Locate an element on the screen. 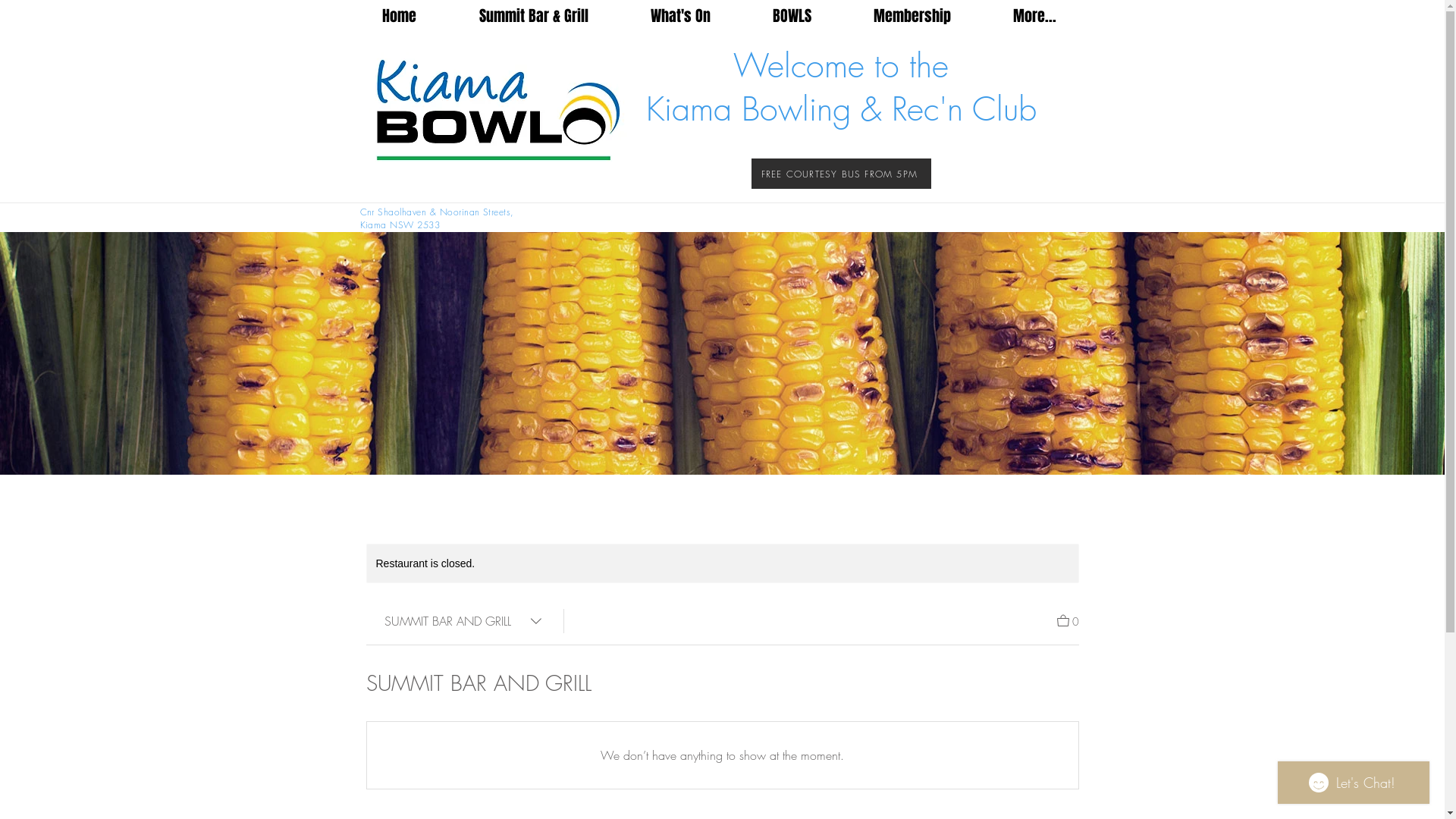 This screenshot has width=1456, height=819. 'BOWLS' is located at coordinates (791, 16).